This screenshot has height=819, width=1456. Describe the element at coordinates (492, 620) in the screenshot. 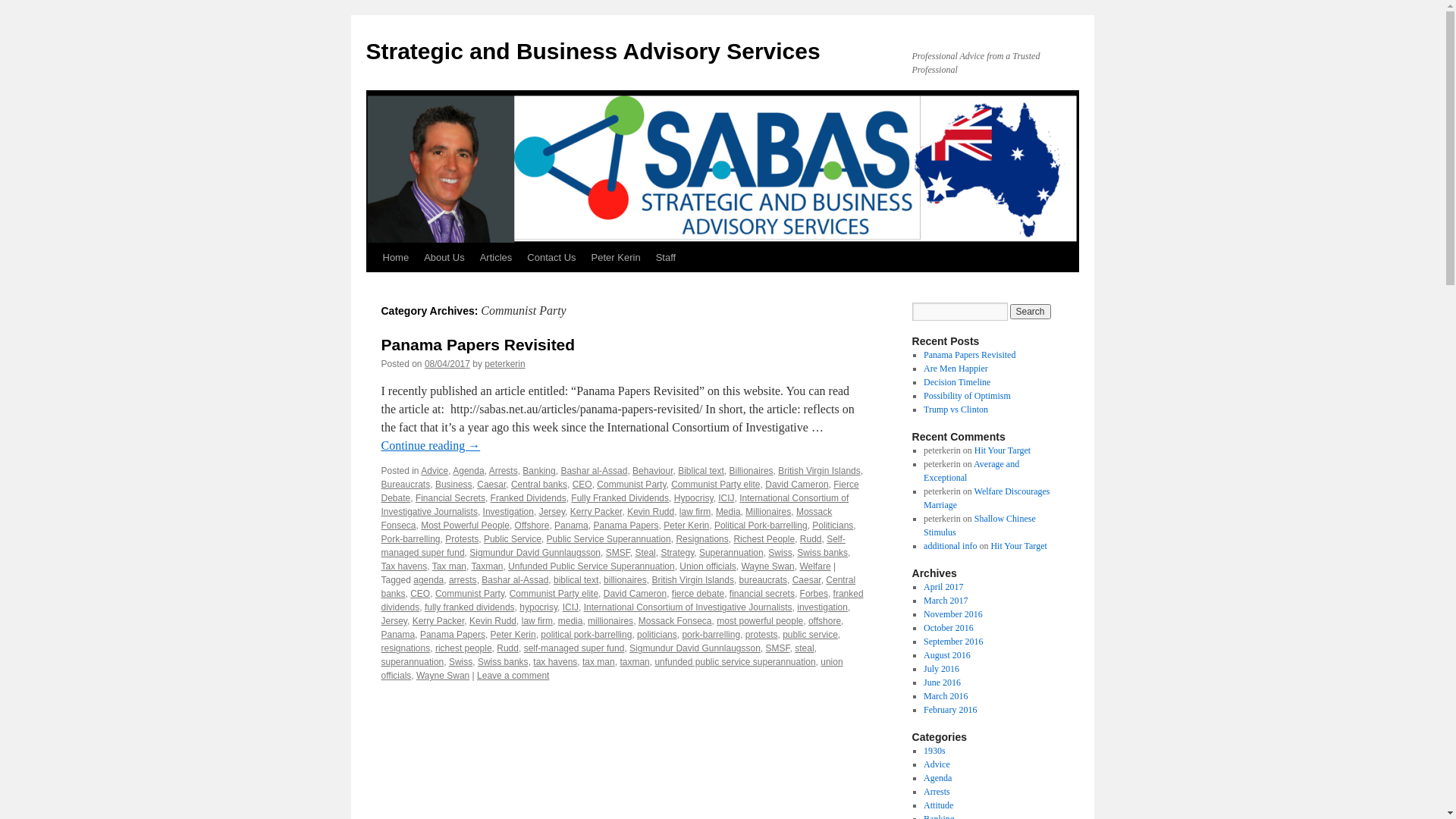

I see `'Kevin Rudd'` at that location.